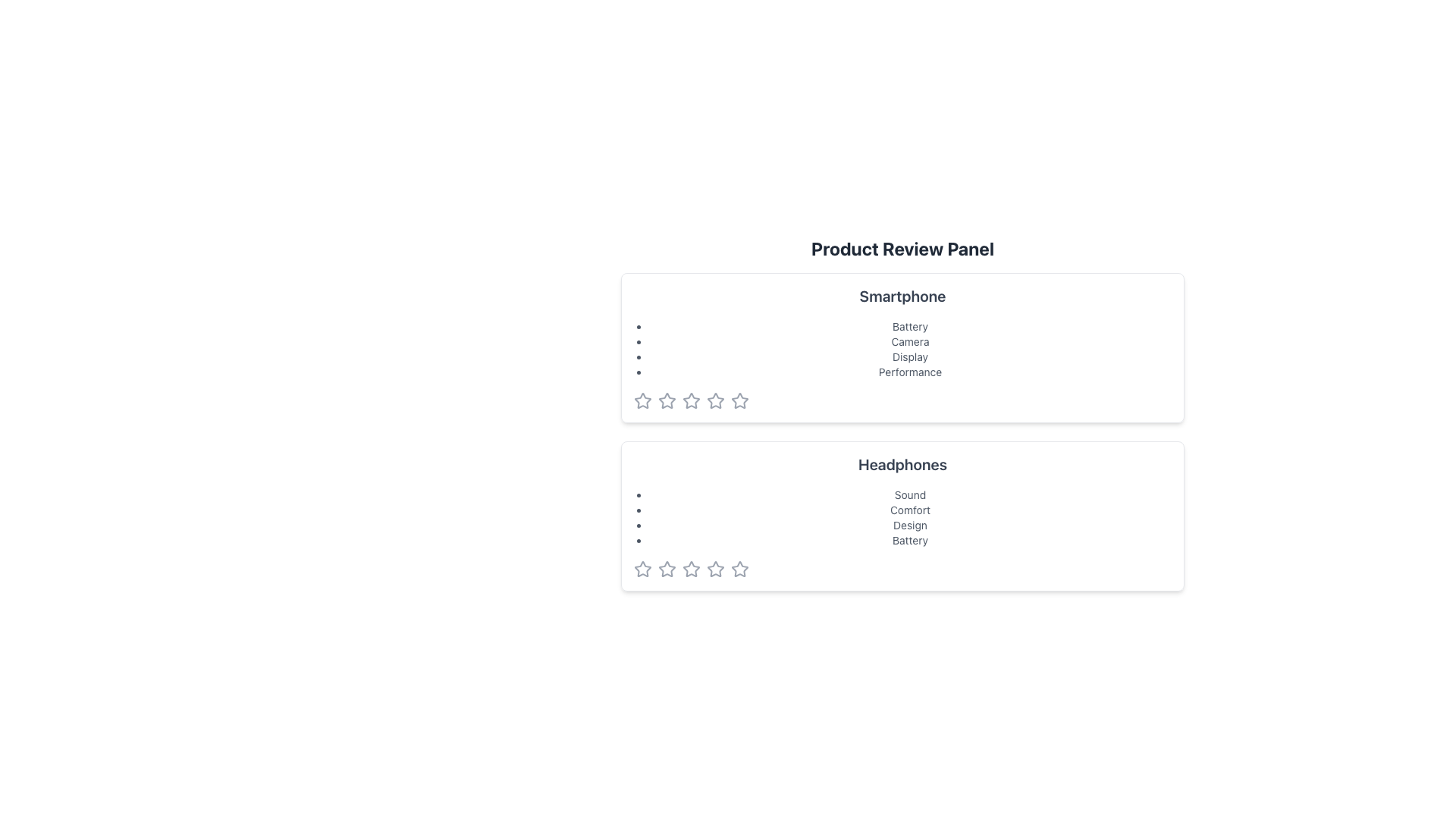  What do you see at coordinates (715, 570) in the screenshot?
I see `the fifth star icon in the review panel for 'Headphones' to rate it with a value of 5` at bounding box center [715, 570].